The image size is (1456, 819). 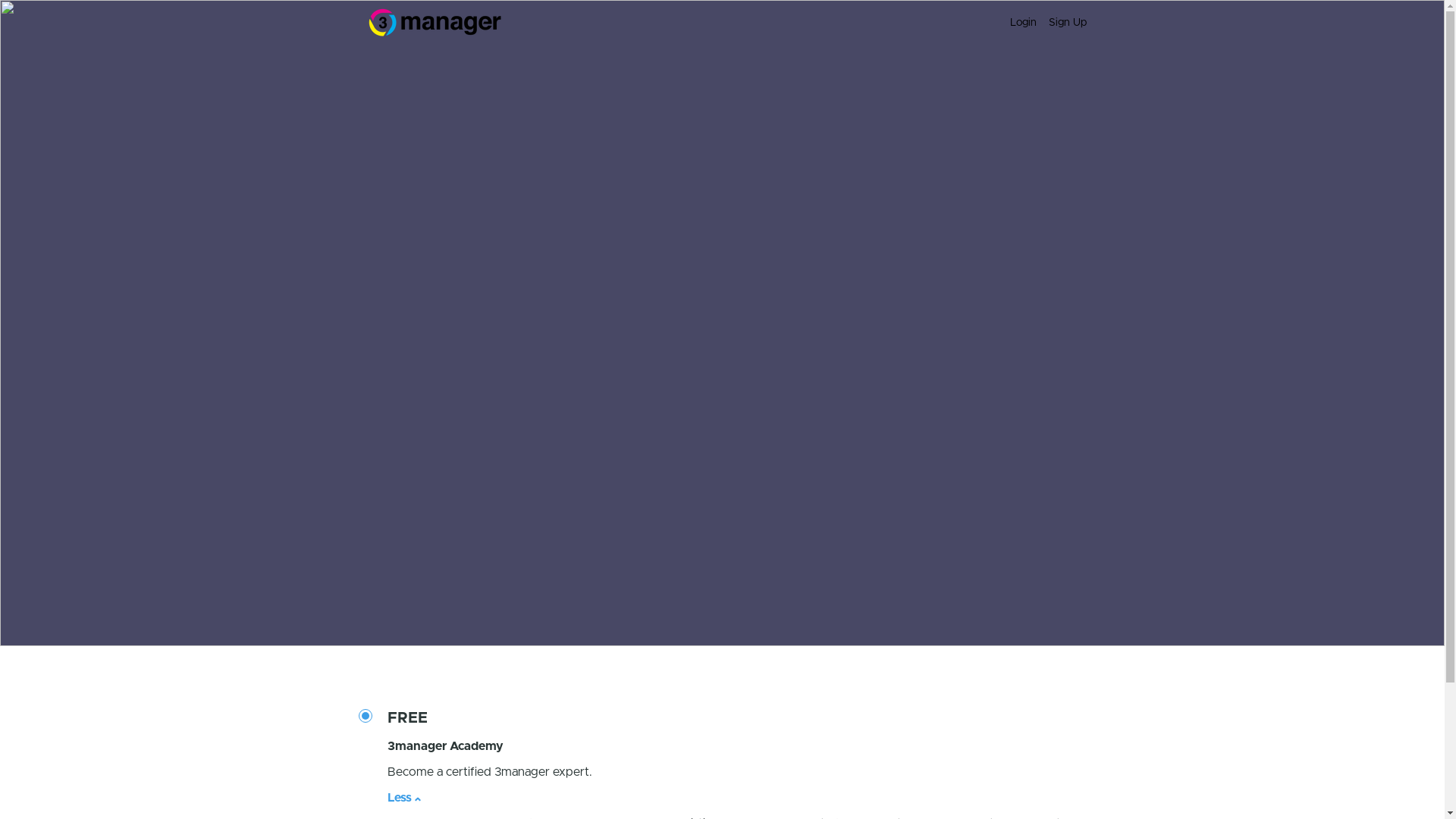 What do you see at coordinates (1023, 23) in the screenshot?
I see `'Login'` at bounding box center [1023, 23].